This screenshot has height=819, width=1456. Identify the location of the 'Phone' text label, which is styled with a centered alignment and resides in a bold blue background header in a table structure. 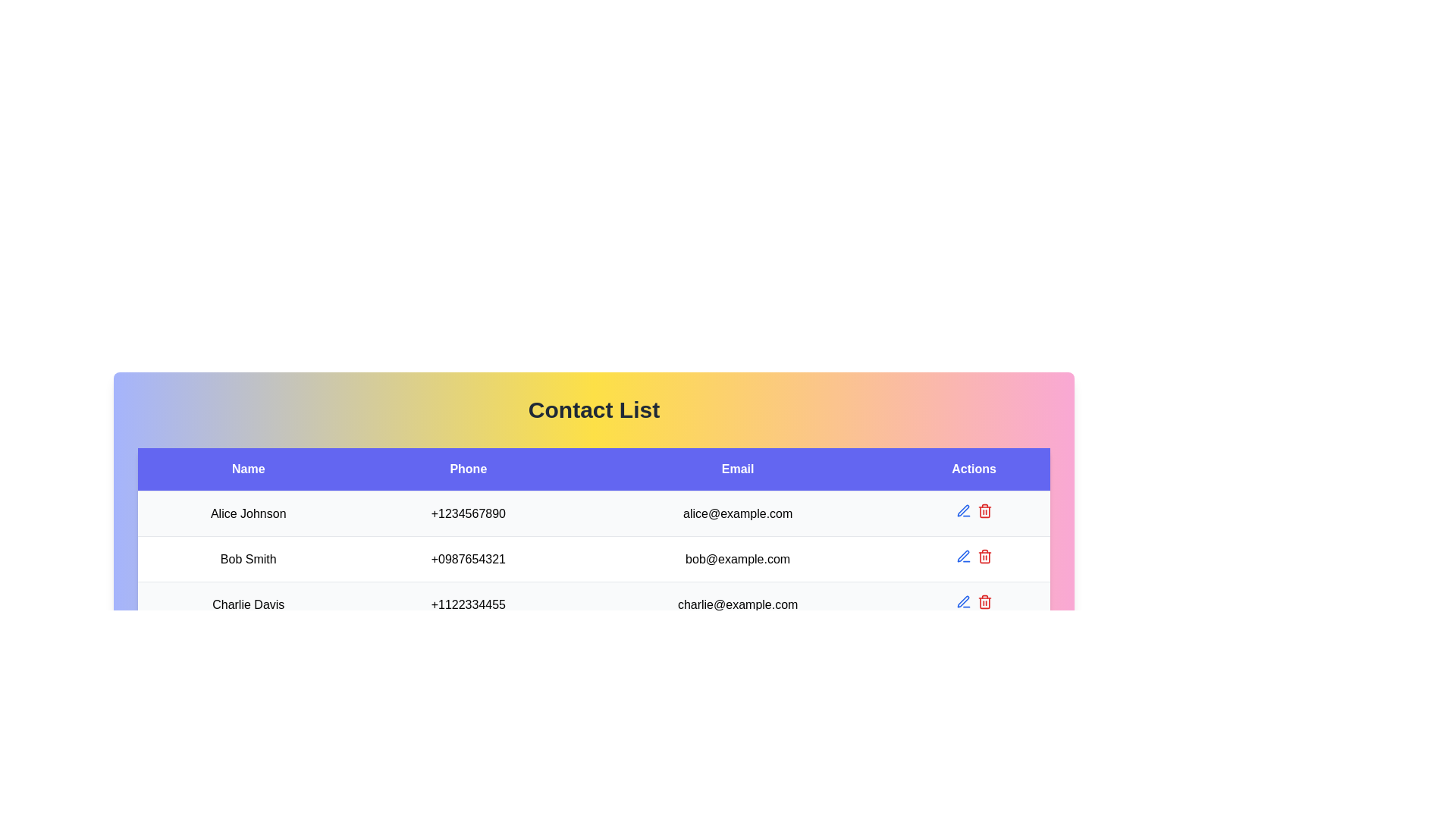
(467, 469).